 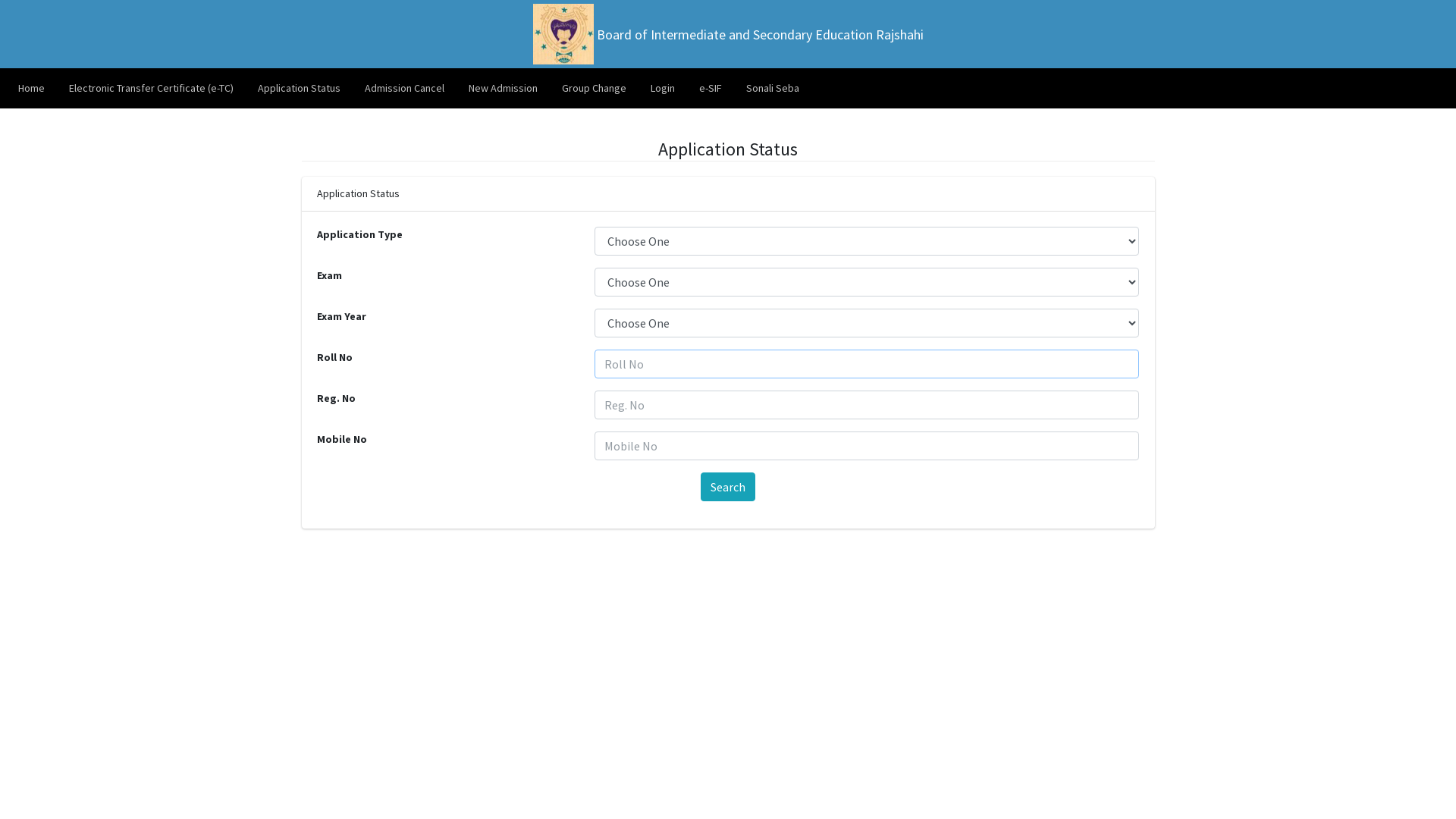 What do you see at coordinates (772, 88) in the screenshot?
I see `'Sonali Seba'` at bounding box center [772, 88].